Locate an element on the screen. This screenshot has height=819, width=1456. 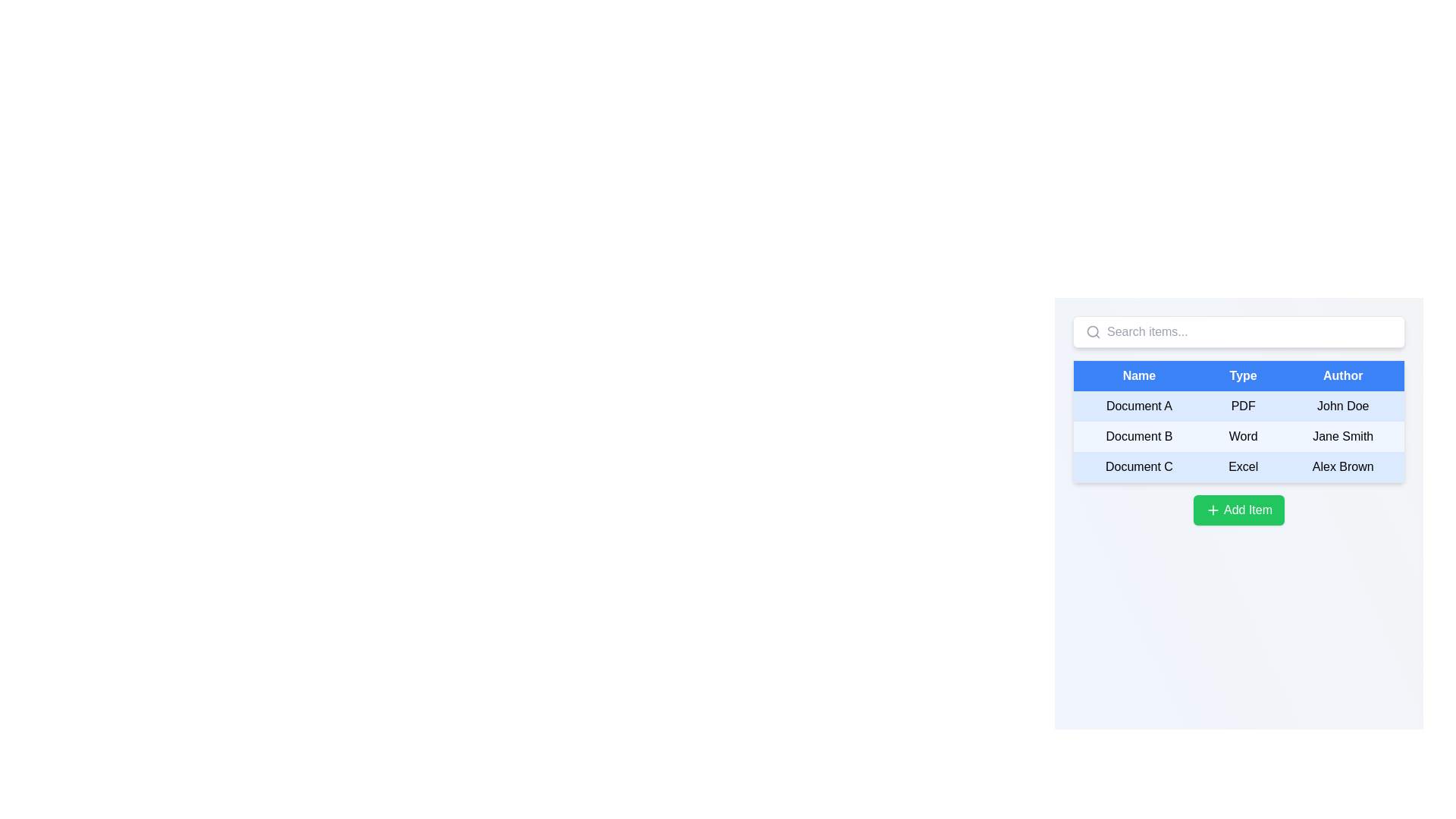
the green plus sign icon located on the left side of the 'Add Item' button, which serves as a visual cue for the button's functionality is located at coordinates (1211, 510).